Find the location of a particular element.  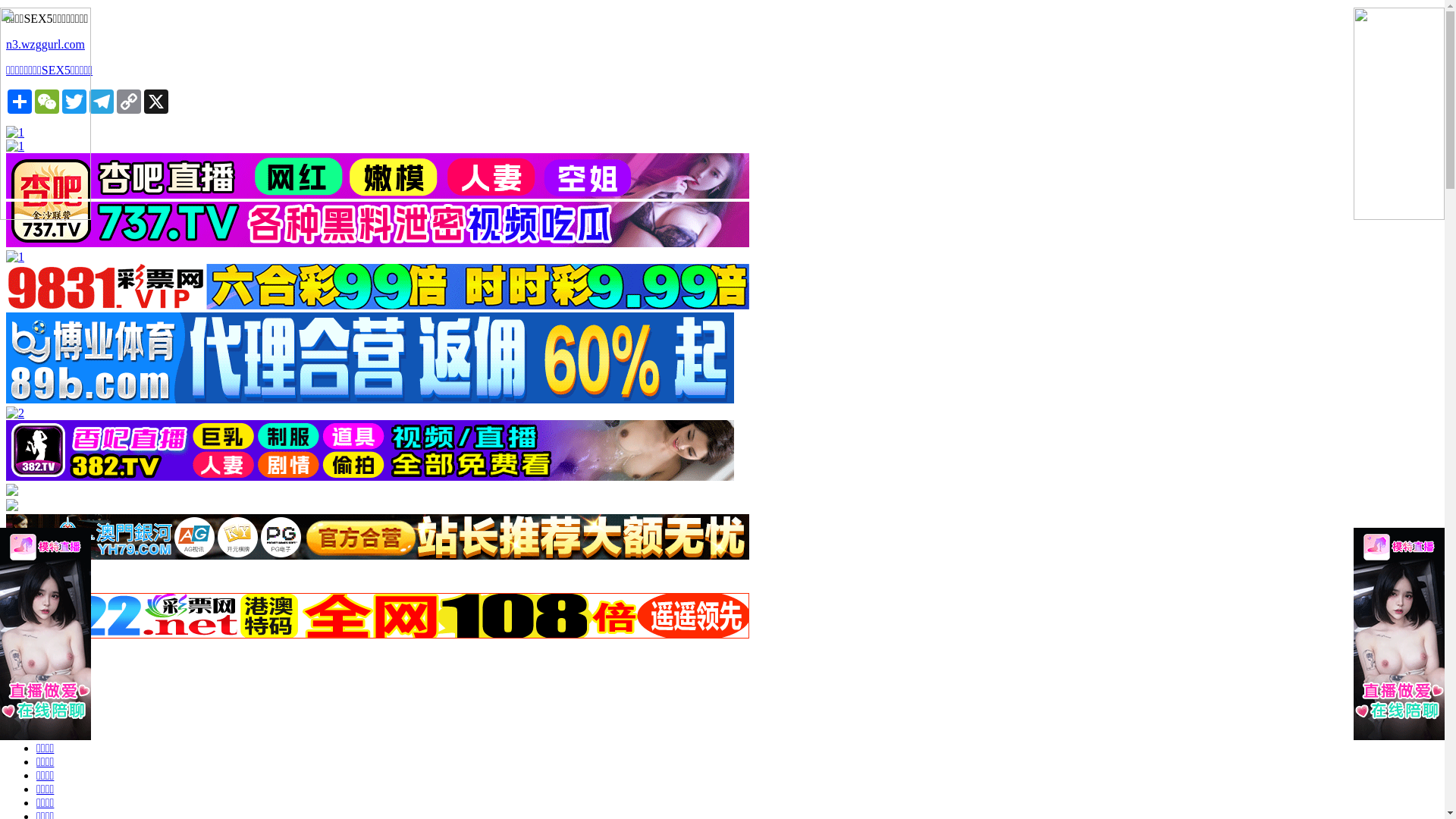

'Copy Link' is located at coordinates (128, 102).